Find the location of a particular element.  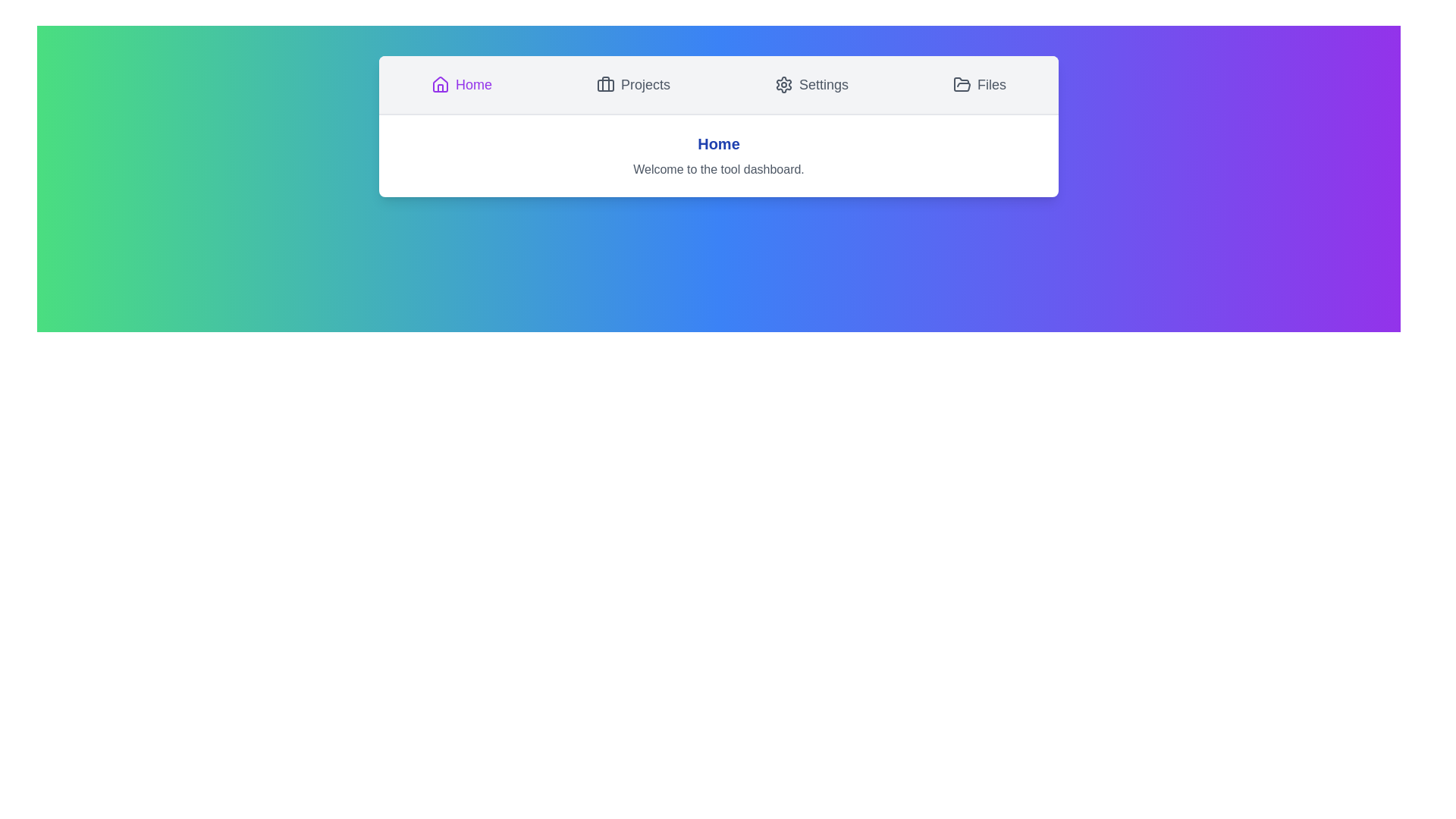

the Projects button to observe its hover effect is located at coordinates (633, 84).